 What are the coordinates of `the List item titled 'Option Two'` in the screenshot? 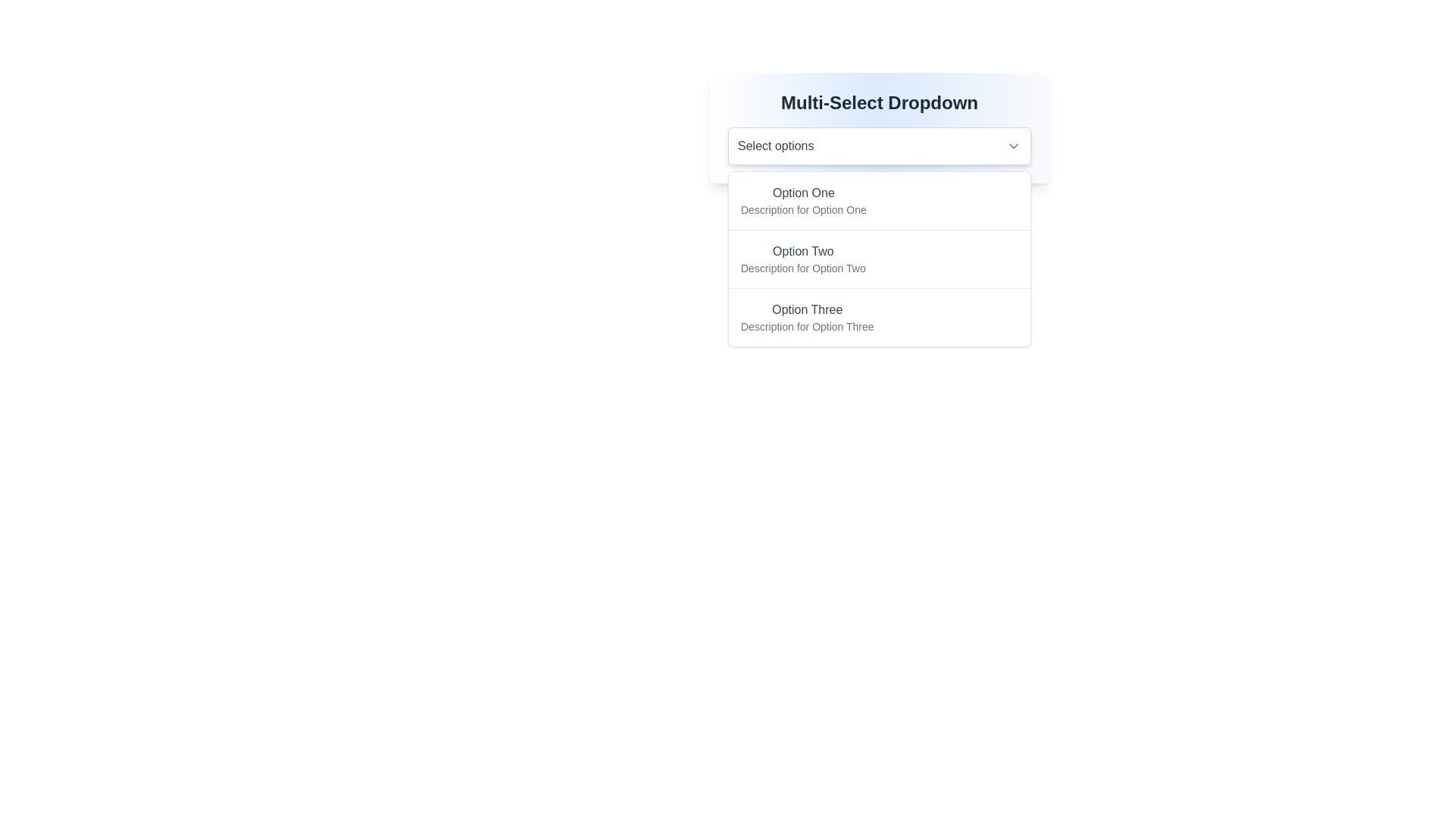 It's located at (880, 258).